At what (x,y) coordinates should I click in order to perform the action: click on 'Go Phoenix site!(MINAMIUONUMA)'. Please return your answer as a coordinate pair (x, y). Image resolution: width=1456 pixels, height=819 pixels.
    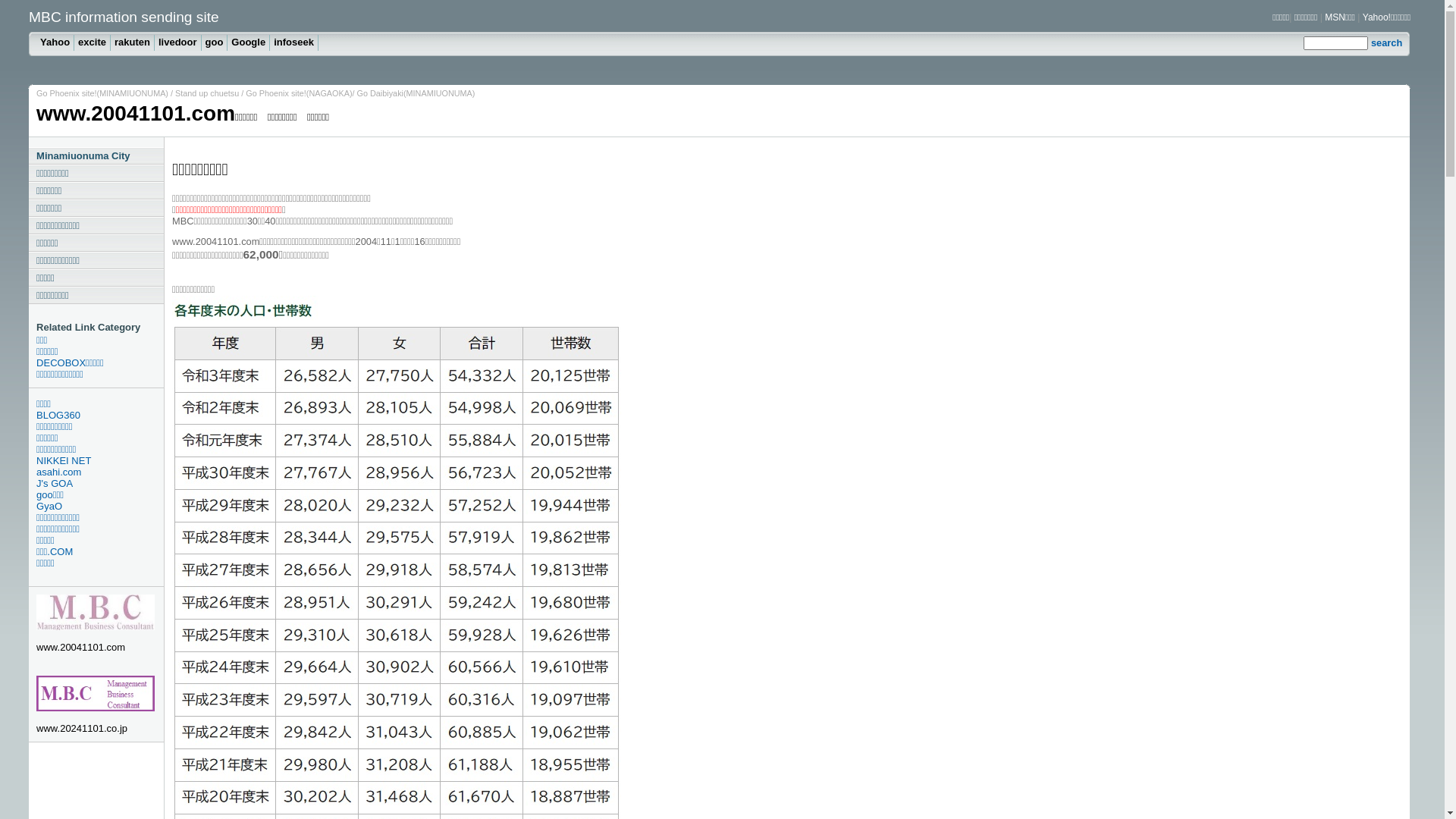
    Looking at the image, I should click on (101, 93).